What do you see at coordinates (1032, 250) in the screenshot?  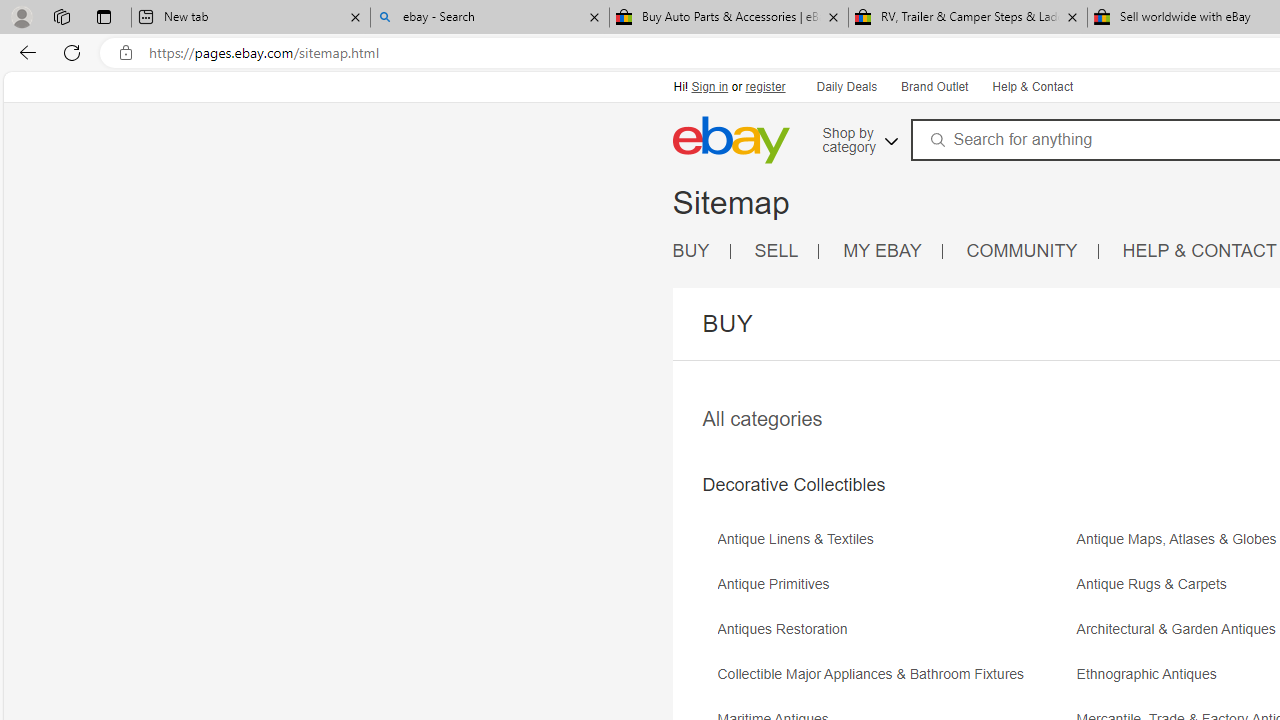 I see `'COMMUNITY'` at bounding box center [1032, 250].